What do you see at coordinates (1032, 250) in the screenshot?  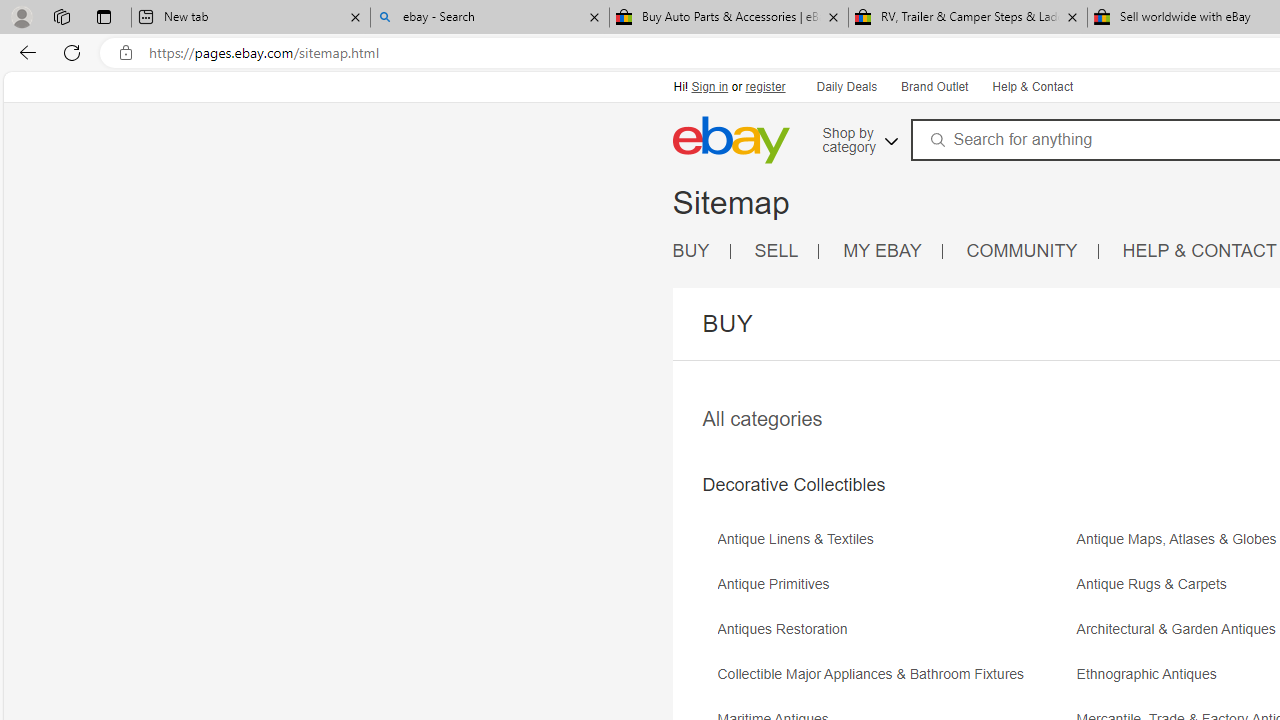 I see `'COMMUNITY'` at bounding box center [1032, 250].